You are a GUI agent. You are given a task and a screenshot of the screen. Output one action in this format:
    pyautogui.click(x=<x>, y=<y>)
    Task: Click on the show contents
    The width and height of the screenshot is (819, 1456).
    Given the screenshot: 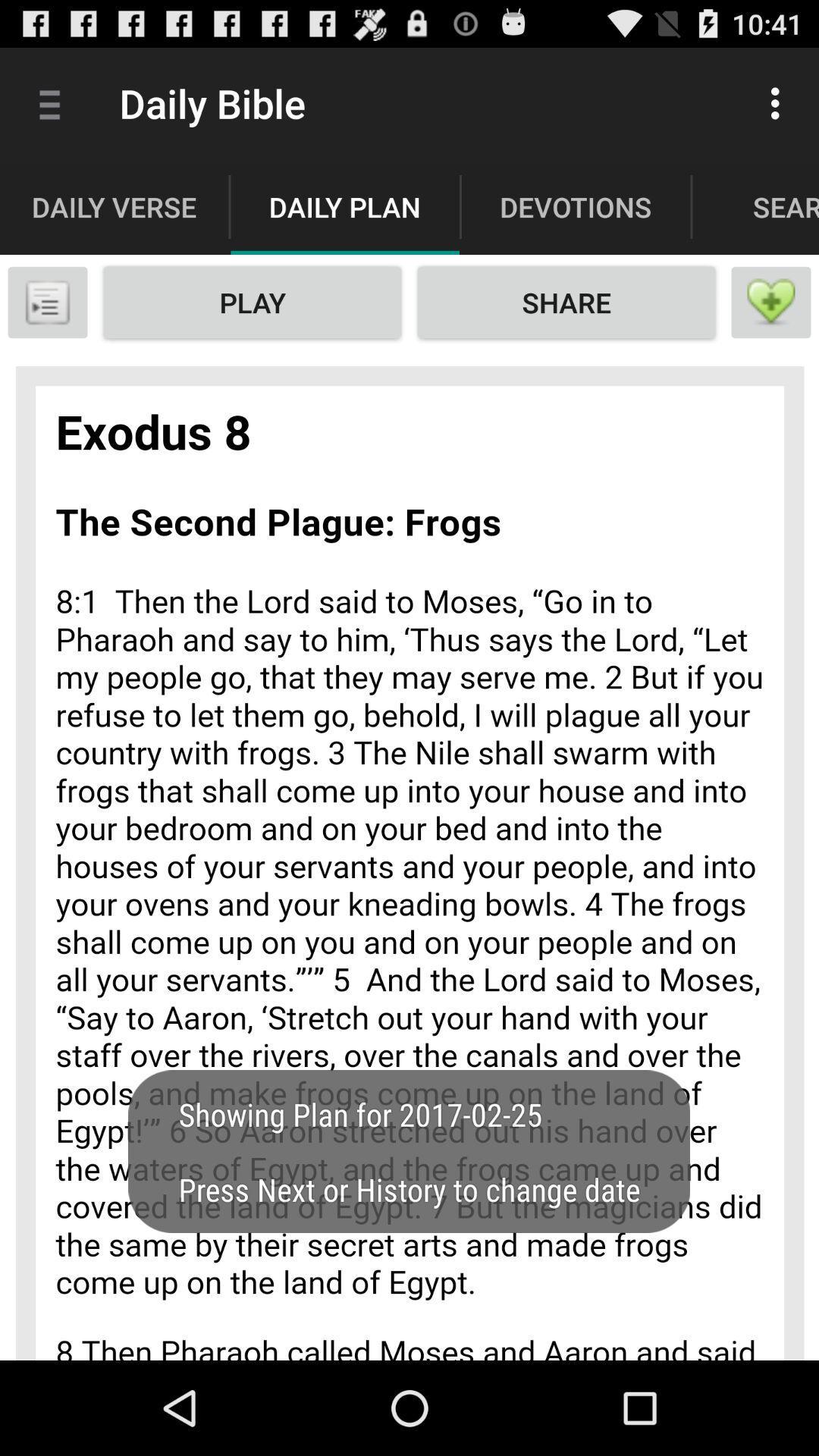 What is the action you would take?
    pyautogui.click(x=46, y=302)
    